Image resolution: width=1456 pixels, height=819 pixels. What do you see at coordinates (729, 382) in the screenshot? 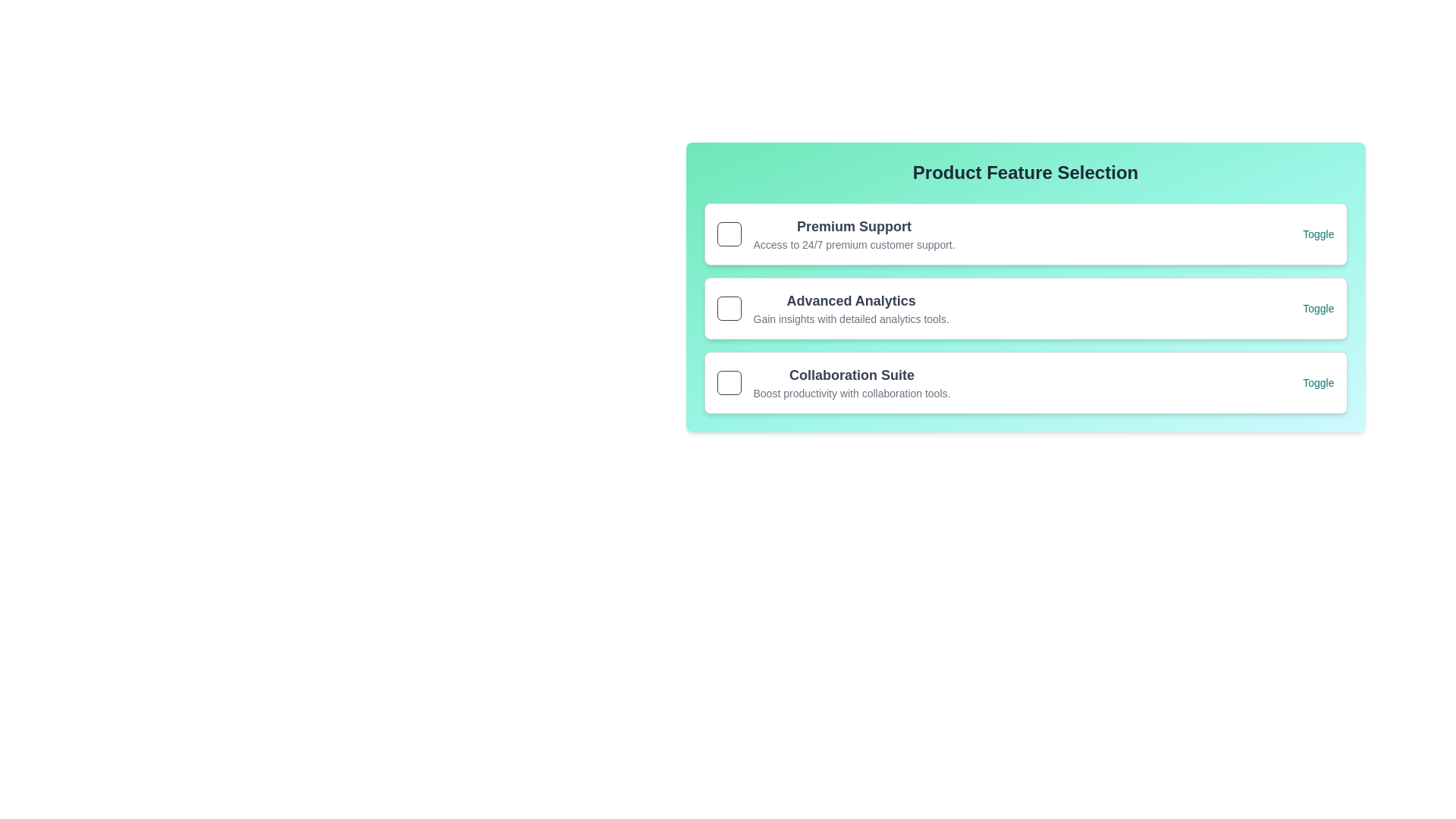
I see `the checkbox for 'Collaboration Suite'` at bounding box center [729, 382].